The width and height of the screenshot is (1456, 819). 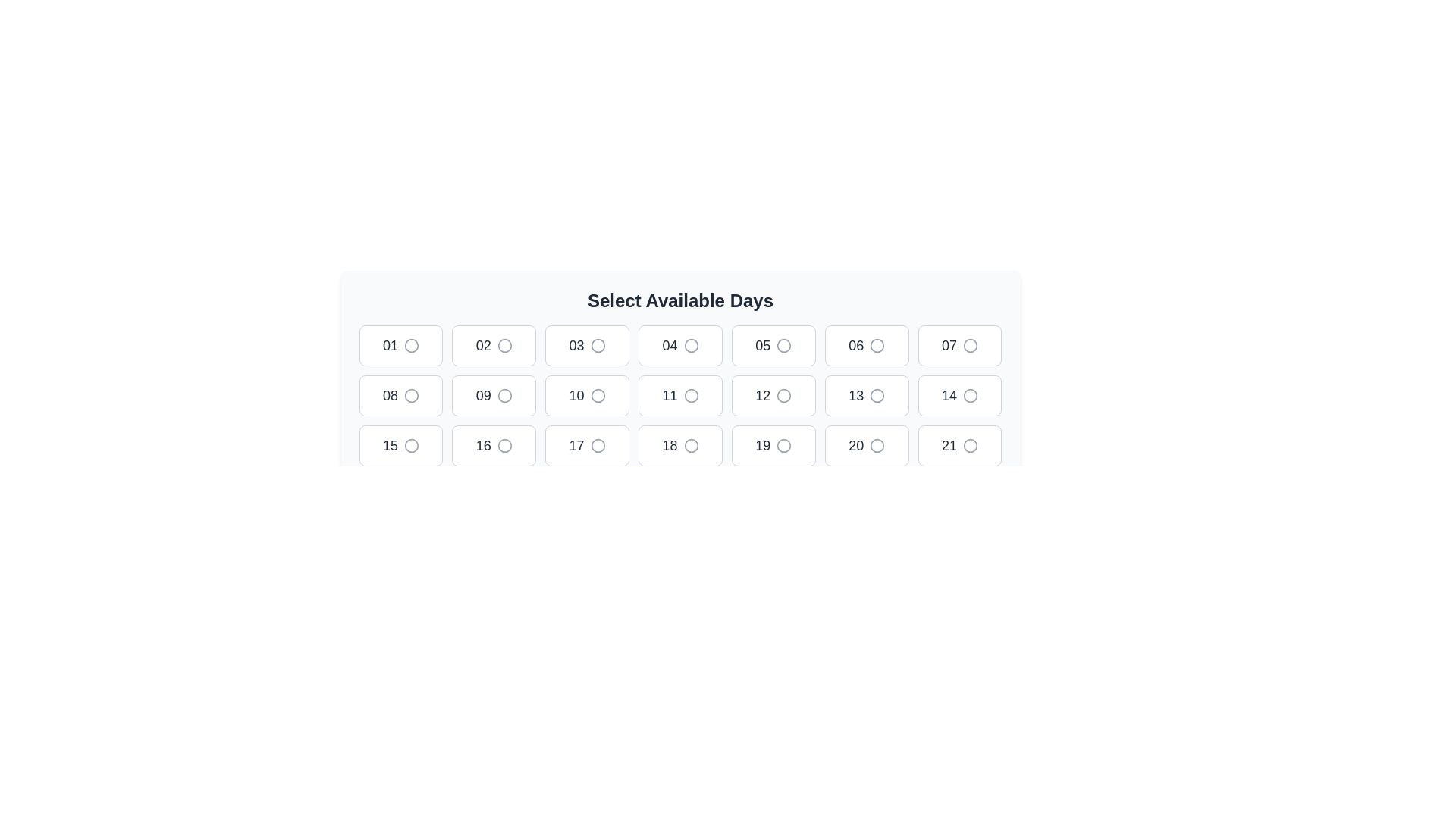 What do you see at coordinates (971, 345) in the screenshot?
I see `the selection status of the radio button corresponding to the number '07', which is a circular selector with a gray stroke and white fill, located in the first row, seventh column of the grid` at bounding box center [971, 345].